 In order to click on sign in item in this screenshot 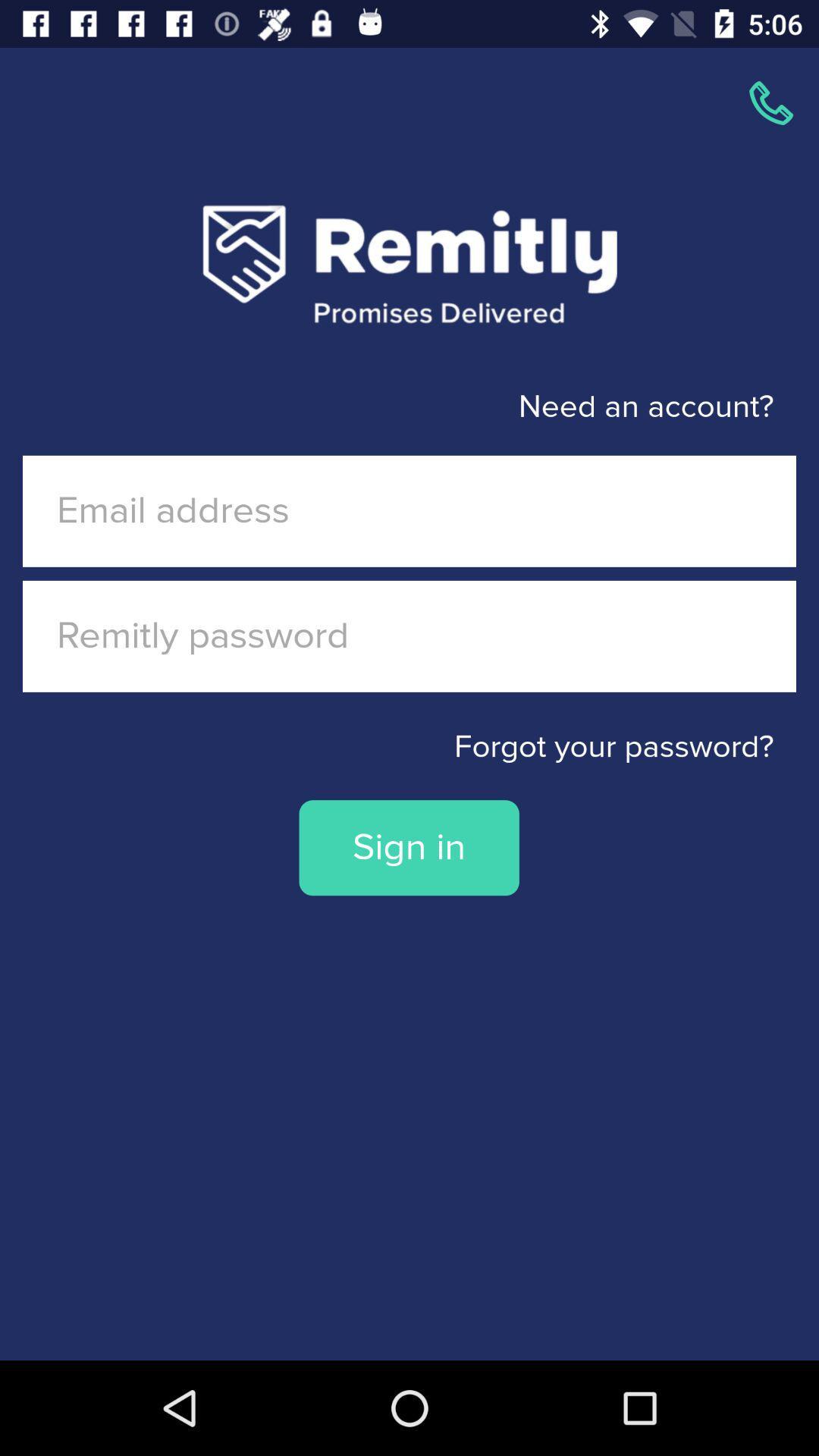, I will do `click(408, 847)`.